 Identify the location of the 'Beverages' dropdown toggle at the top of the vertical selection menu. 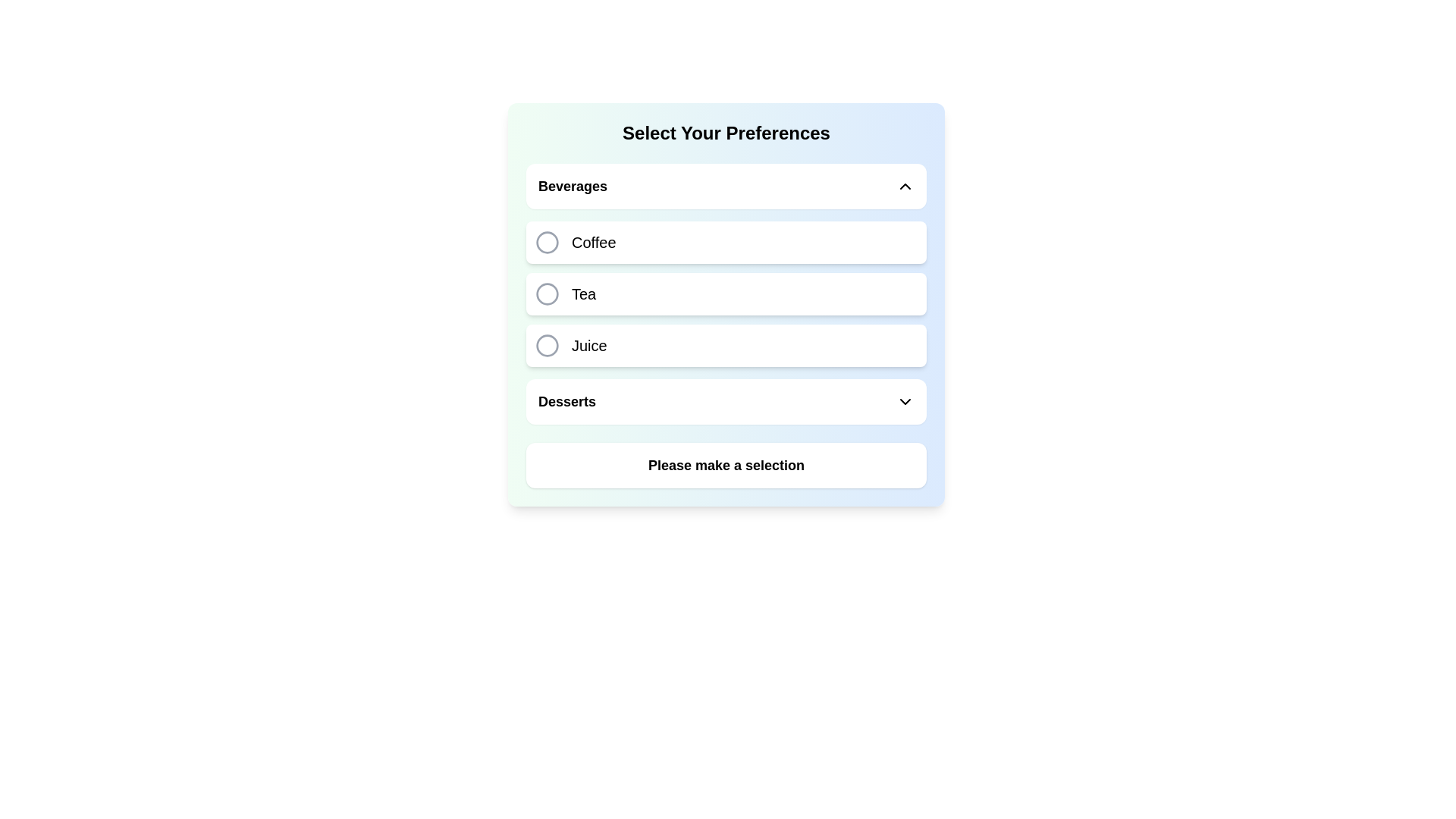
(726, 186).